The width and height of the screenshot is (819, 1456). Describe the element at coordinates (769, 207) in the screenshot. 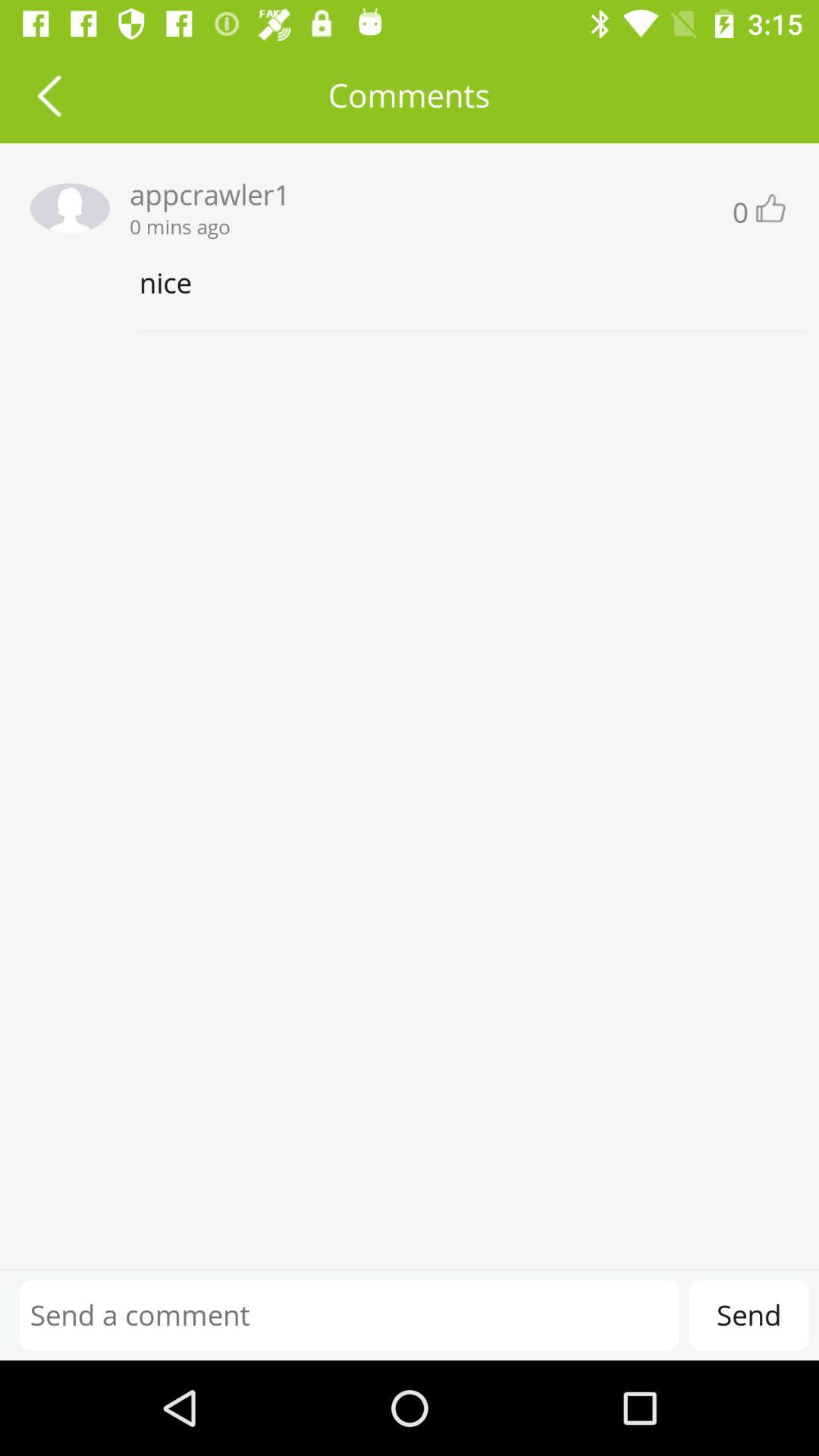

I see `positively rate the application appcrawler1` at that location.